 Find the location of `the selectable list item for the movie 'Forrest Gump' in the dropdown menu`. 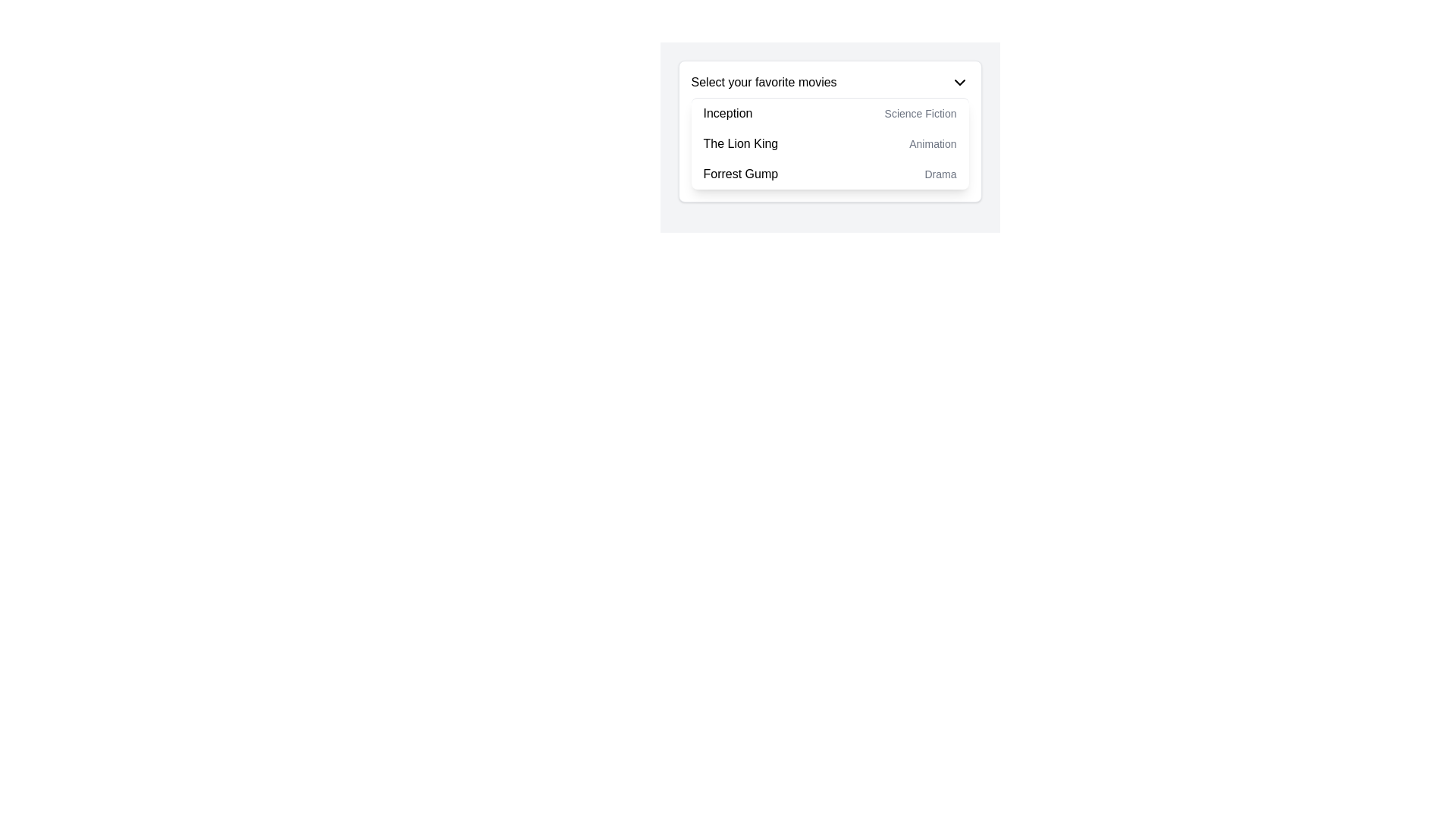

the selectable list item for the movie 'Forrest Gump' in the dropdown menu is located at coordinates (829, 174).